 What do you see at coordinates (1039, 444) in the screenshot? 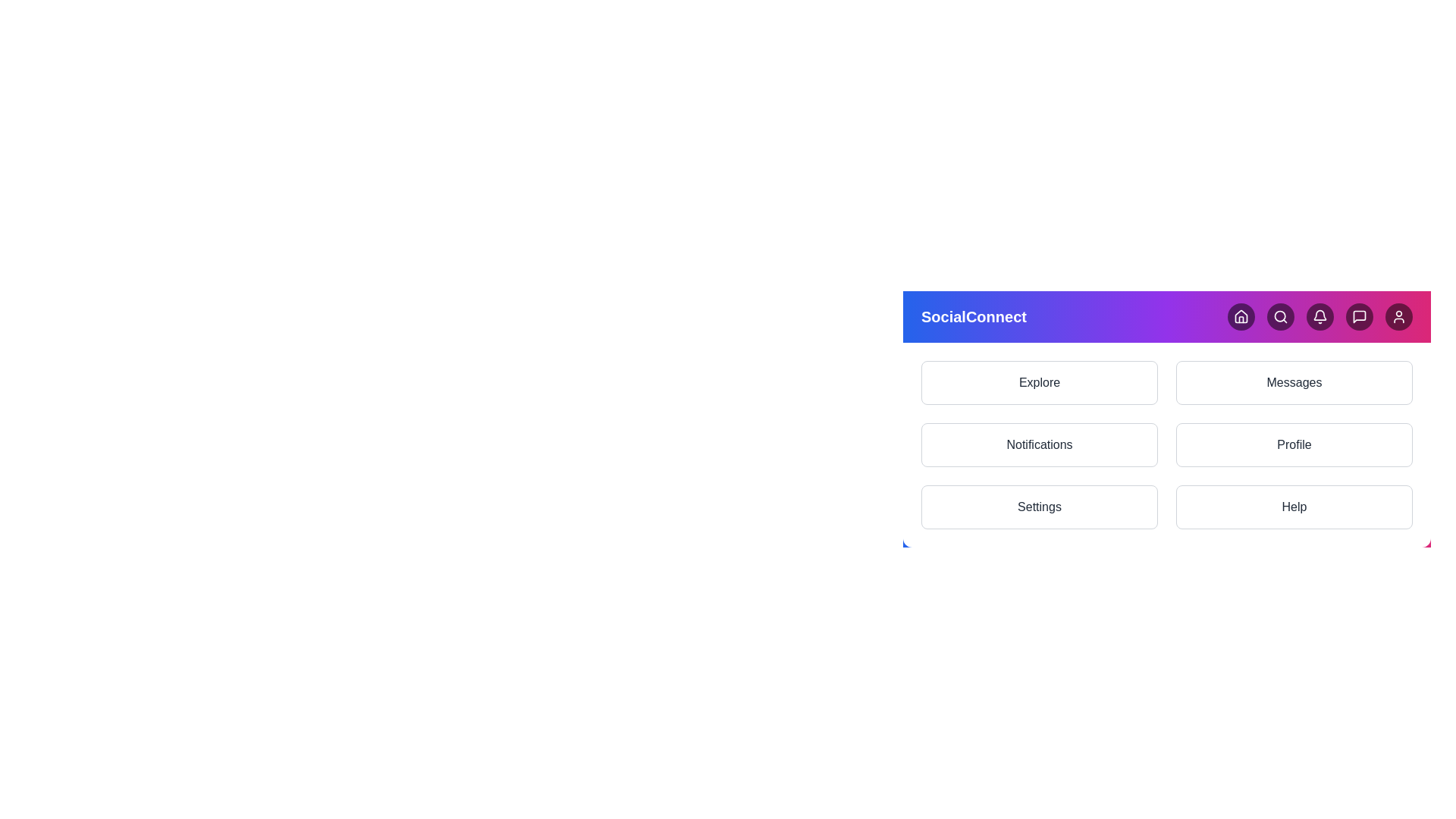
I see `the navigation option labeled Notifications` at bounding box center [1039, 444].